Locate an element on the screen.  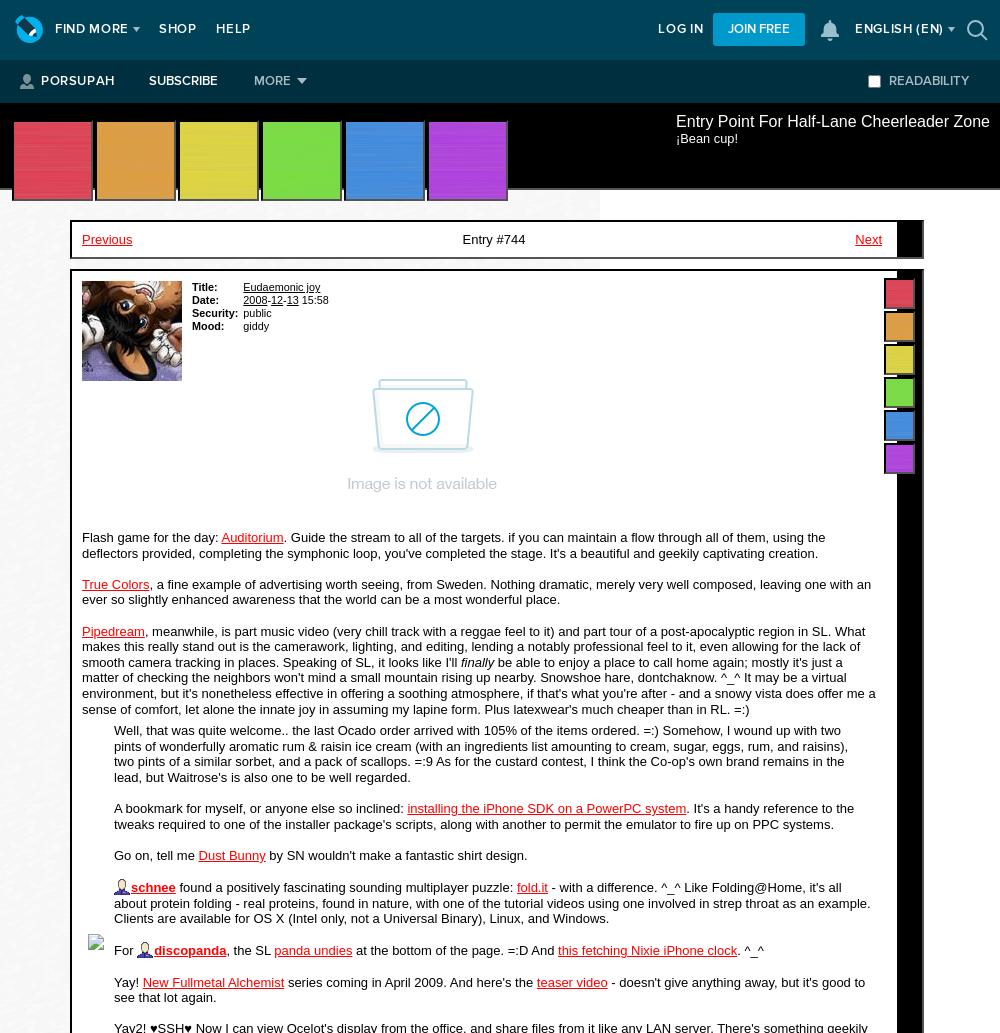
'More' is located at coordinates (272, 81).